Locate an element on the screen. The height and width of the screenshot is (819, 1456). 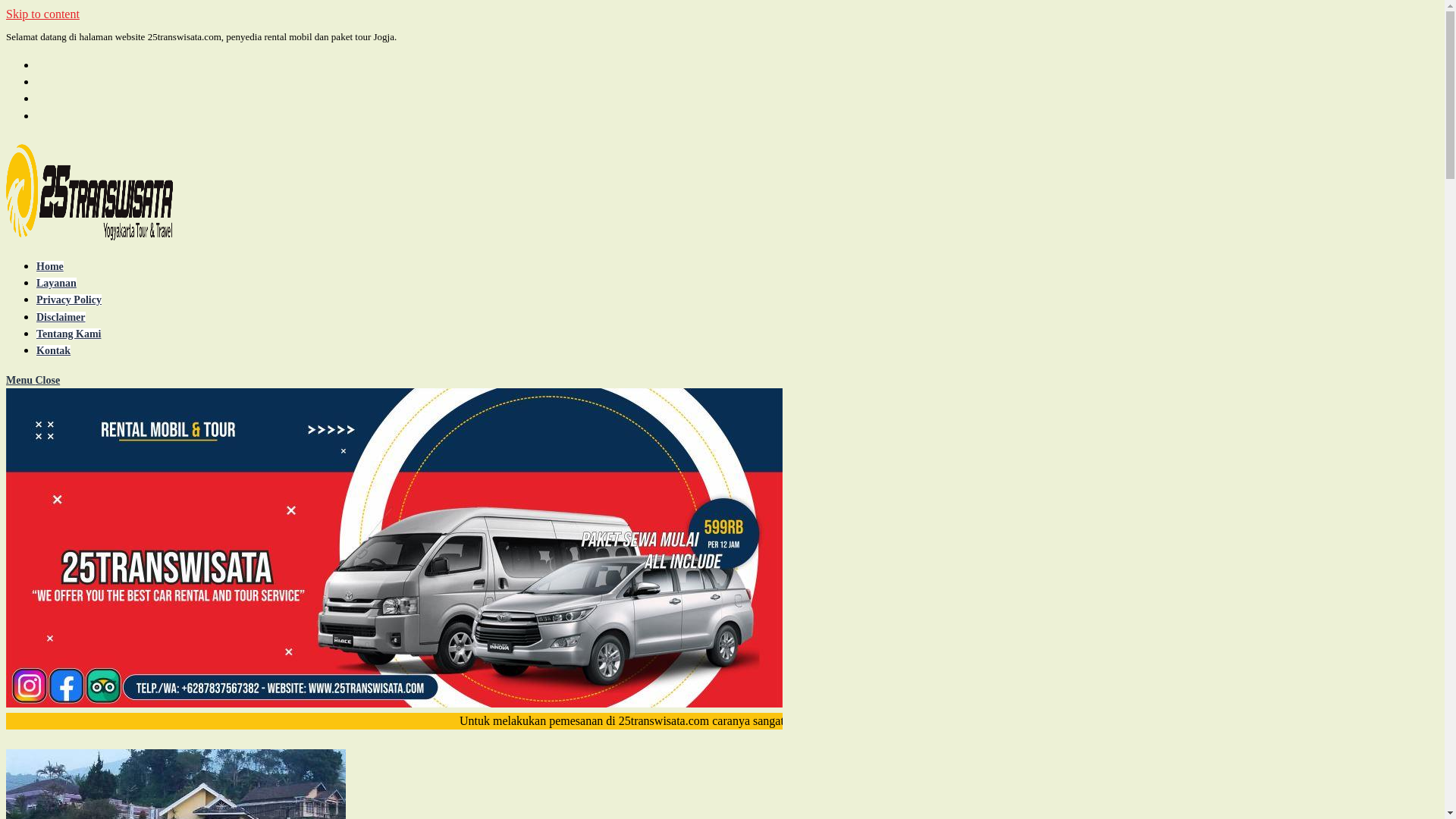
'Home' is located at coordinates (36, 265).